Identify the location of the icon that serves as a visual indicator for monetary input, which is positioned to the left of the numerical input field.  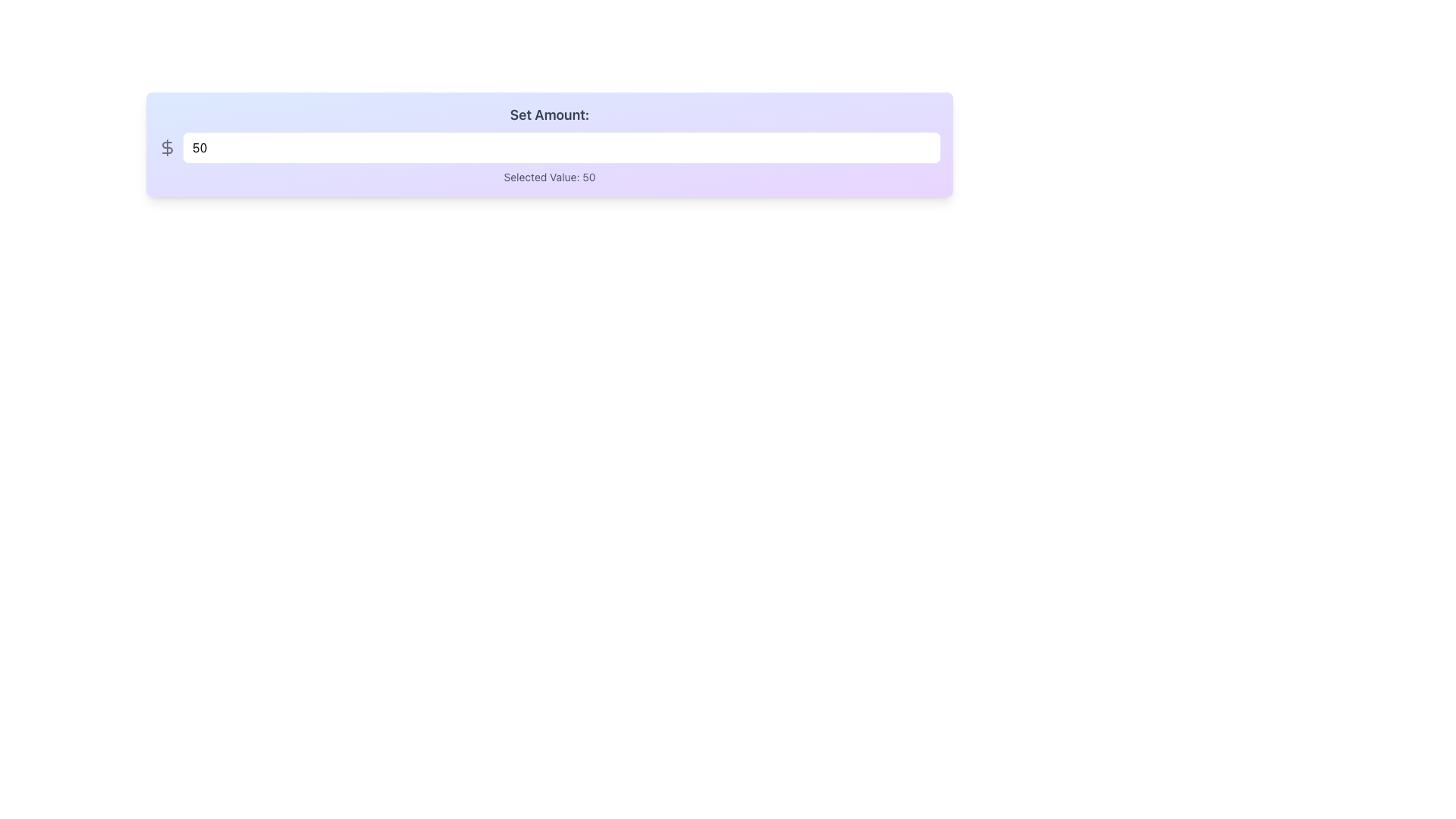
(167, 148).